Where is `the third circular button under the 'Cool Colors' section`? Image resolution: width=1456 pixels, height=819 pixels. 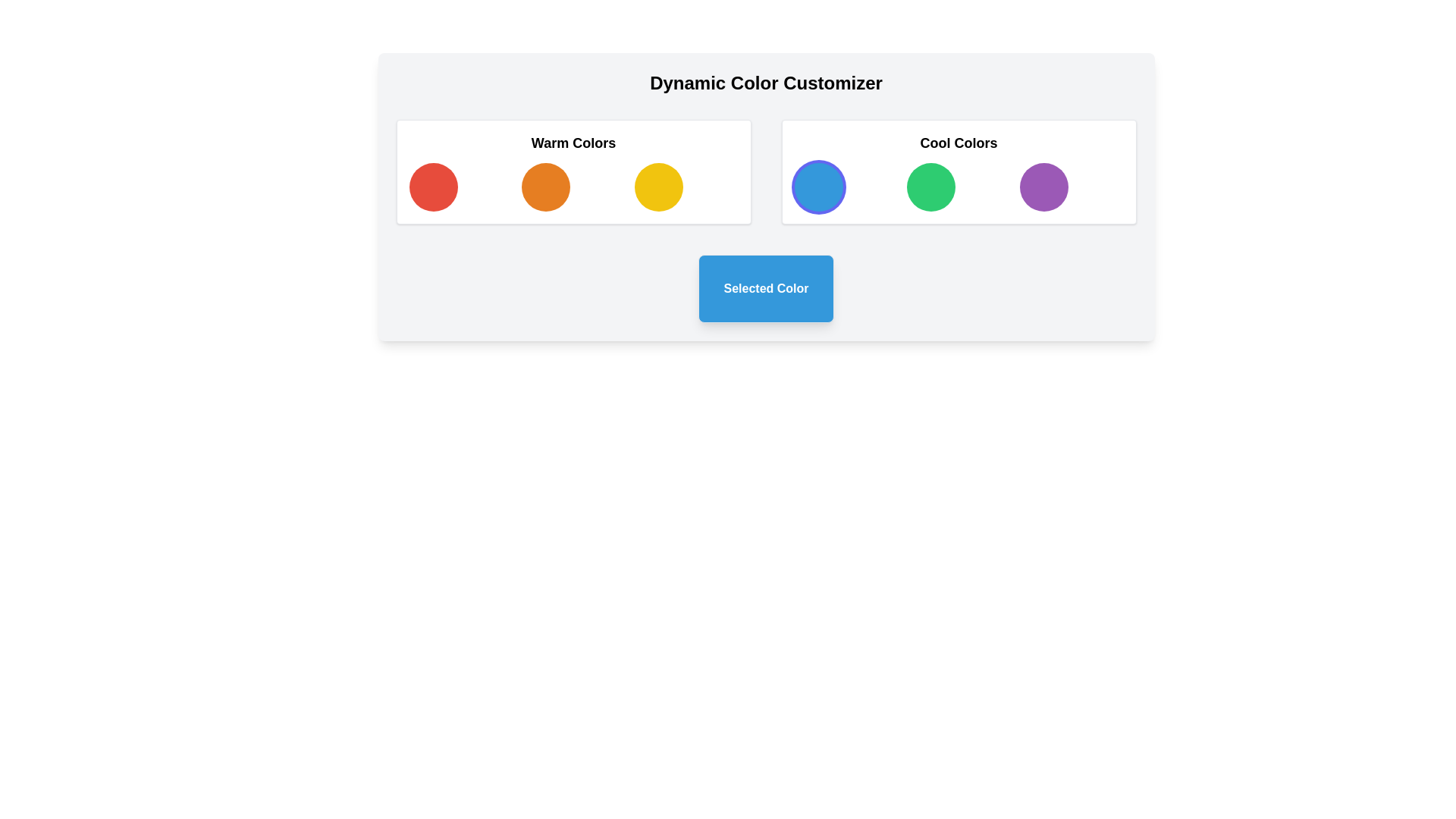 the third circular button under the 'Cool Colors' section is located at coordinates (1043, 186).